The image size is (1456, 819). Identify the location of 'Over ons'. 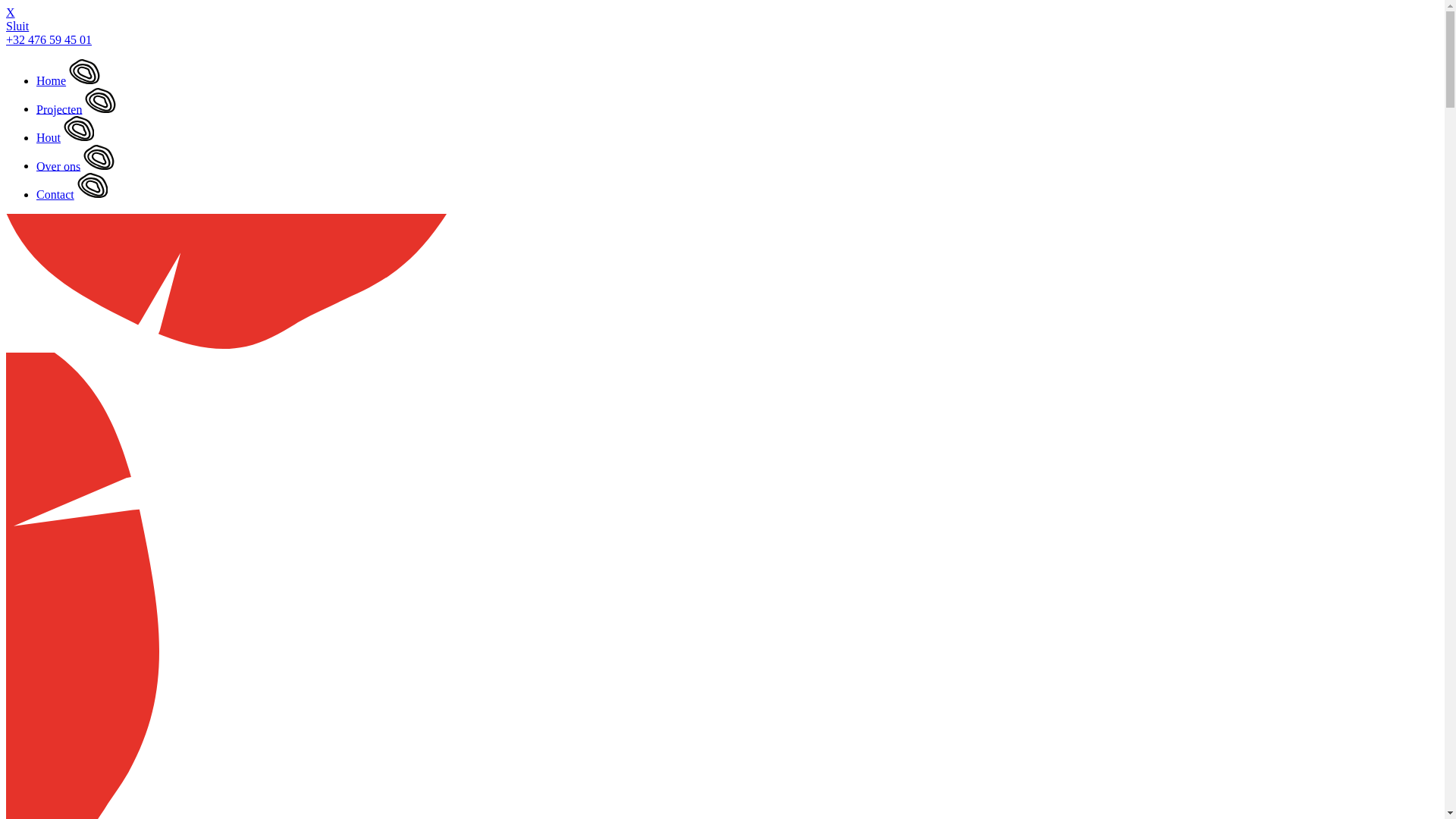
(58, 165).